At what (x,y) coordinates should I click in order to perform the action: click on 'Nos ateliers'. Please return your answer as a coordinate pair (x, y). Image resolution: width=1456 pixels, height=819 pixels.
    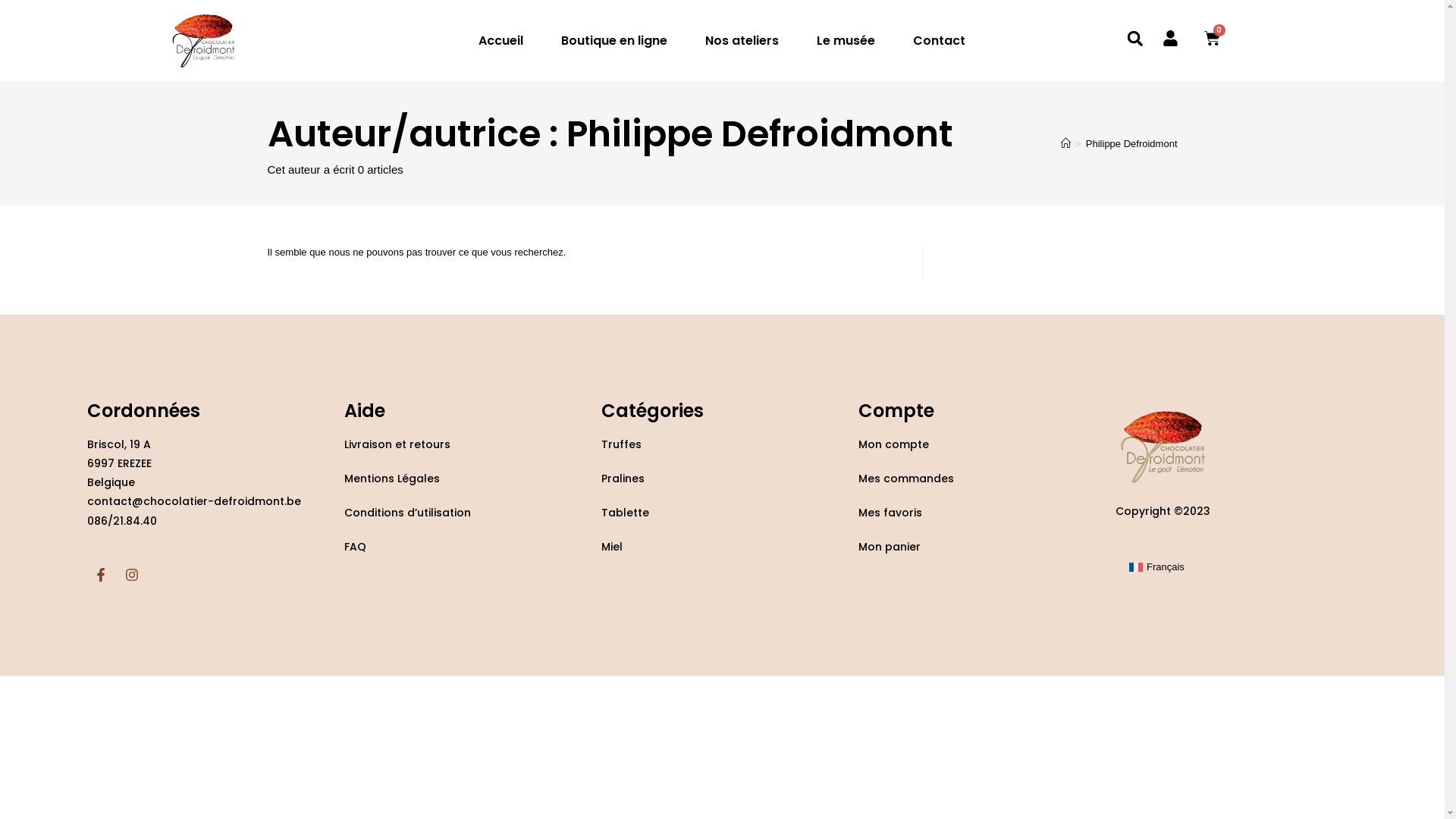
    Looking at the image, I should click on (742, 40).